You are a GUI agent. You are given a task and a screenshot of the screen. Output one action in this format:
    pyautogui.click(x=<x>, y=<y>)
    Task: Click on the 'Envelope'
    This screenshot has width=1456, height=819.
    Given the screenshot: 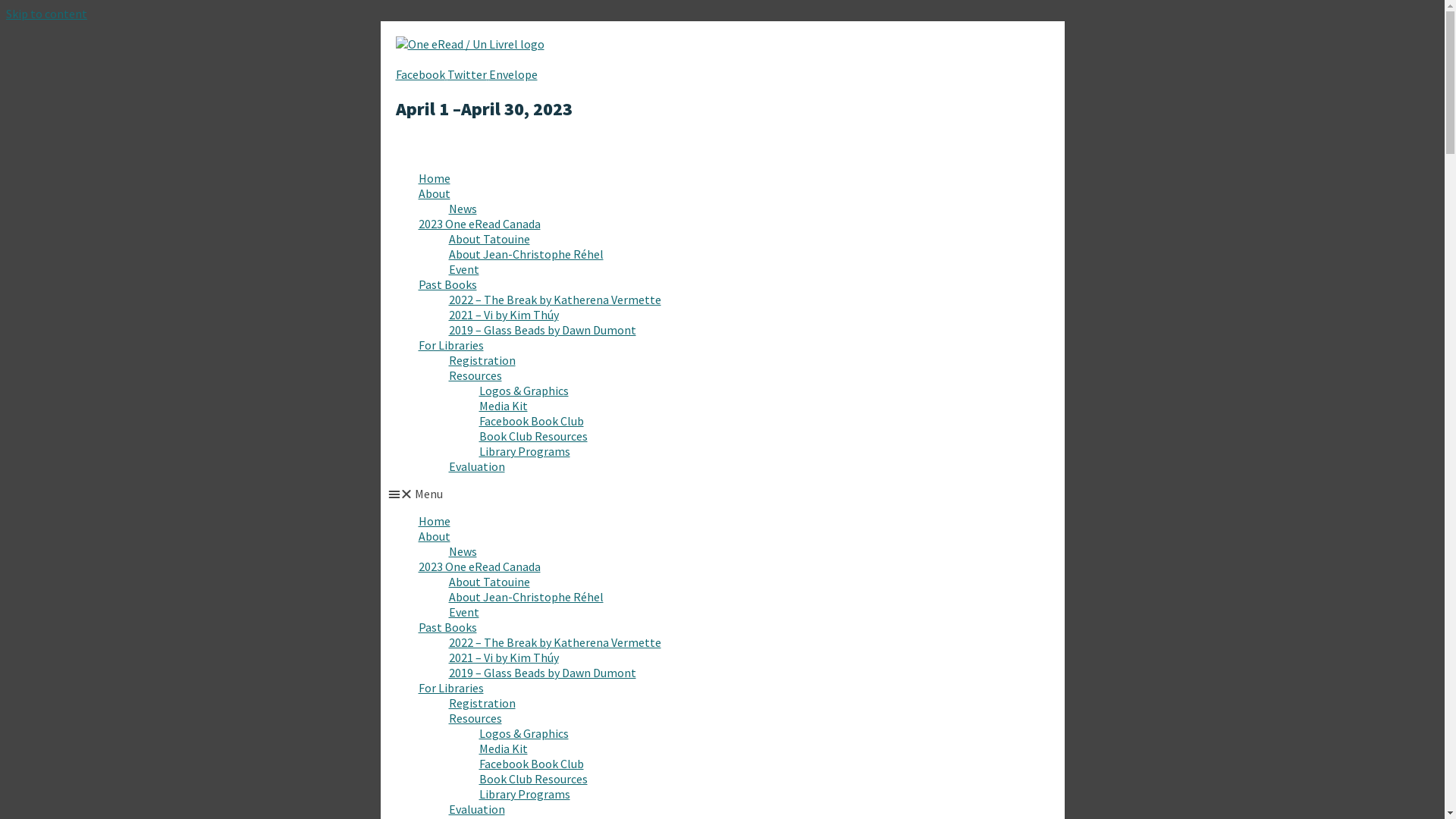 What is the action you would take?
    pyautogui.click(x=488, y=74)
    